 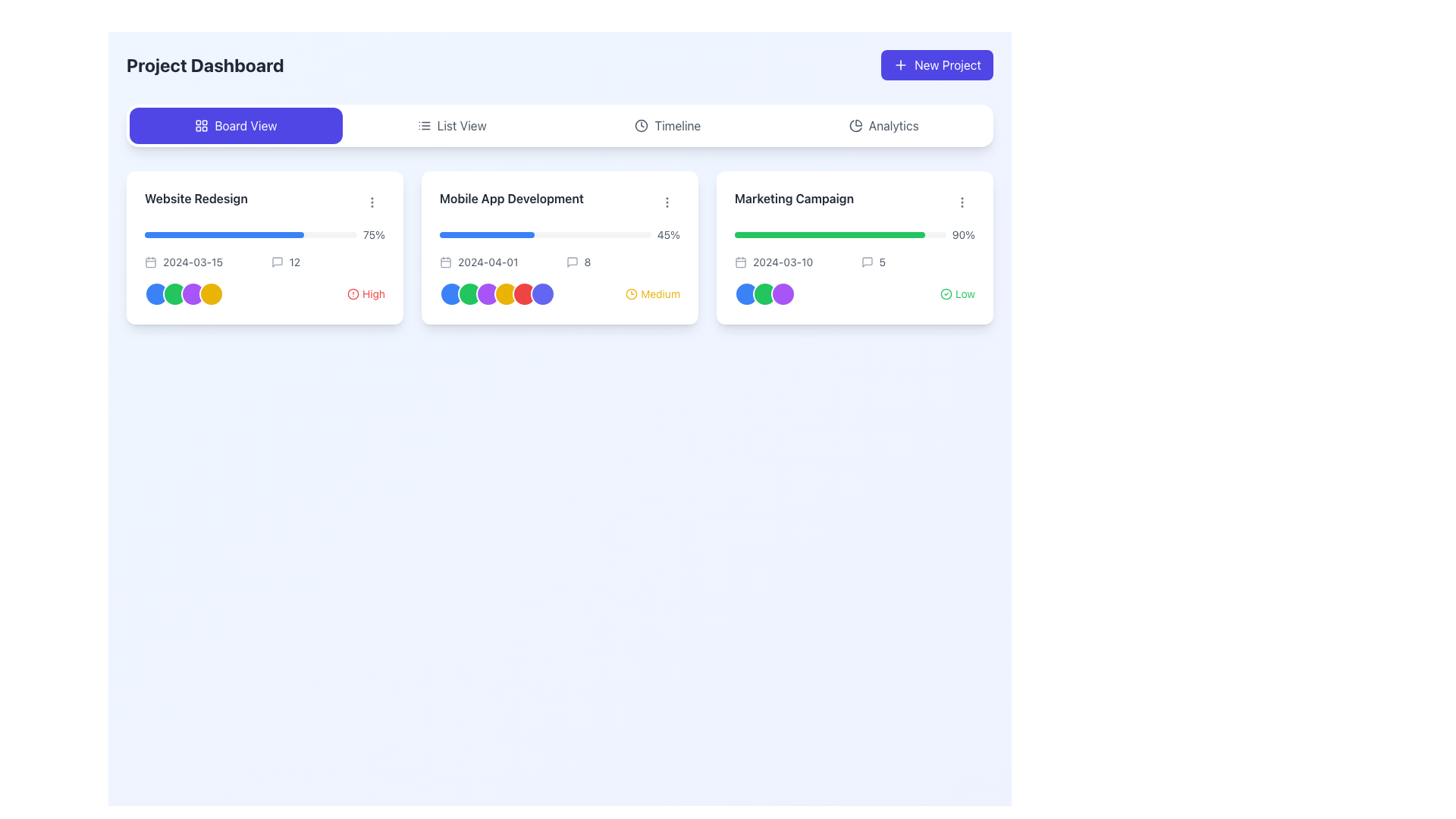 What do you see at coordinates (867, 262) in the screenshot?
I see `the comments icon in the 'Marketing Campaign' project card located in the 'Board View' section, which indicates 5 comments` at bounding box center [867, 262].